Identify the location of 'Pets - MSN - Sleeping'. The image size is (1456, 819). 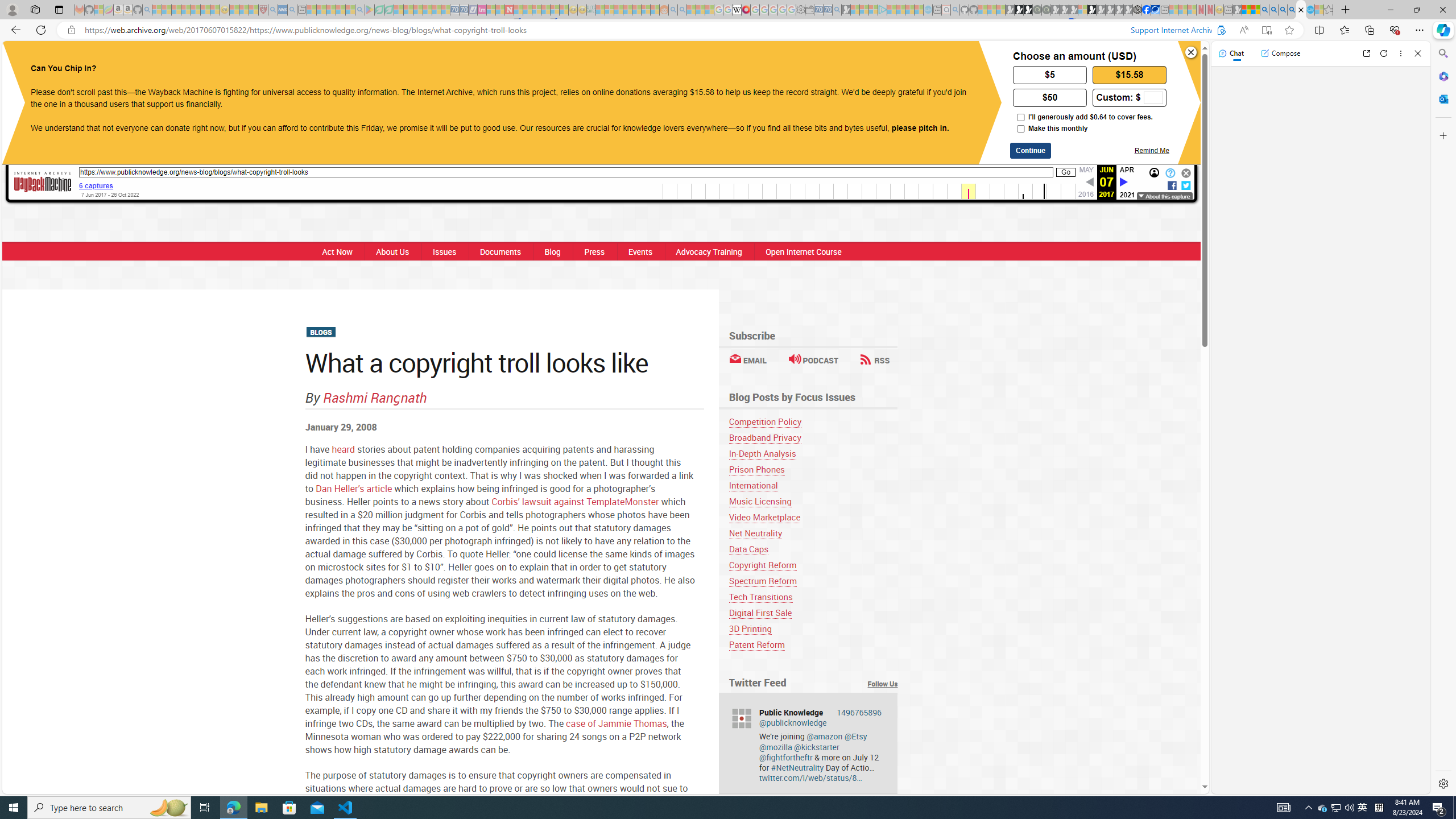
(341, 9).